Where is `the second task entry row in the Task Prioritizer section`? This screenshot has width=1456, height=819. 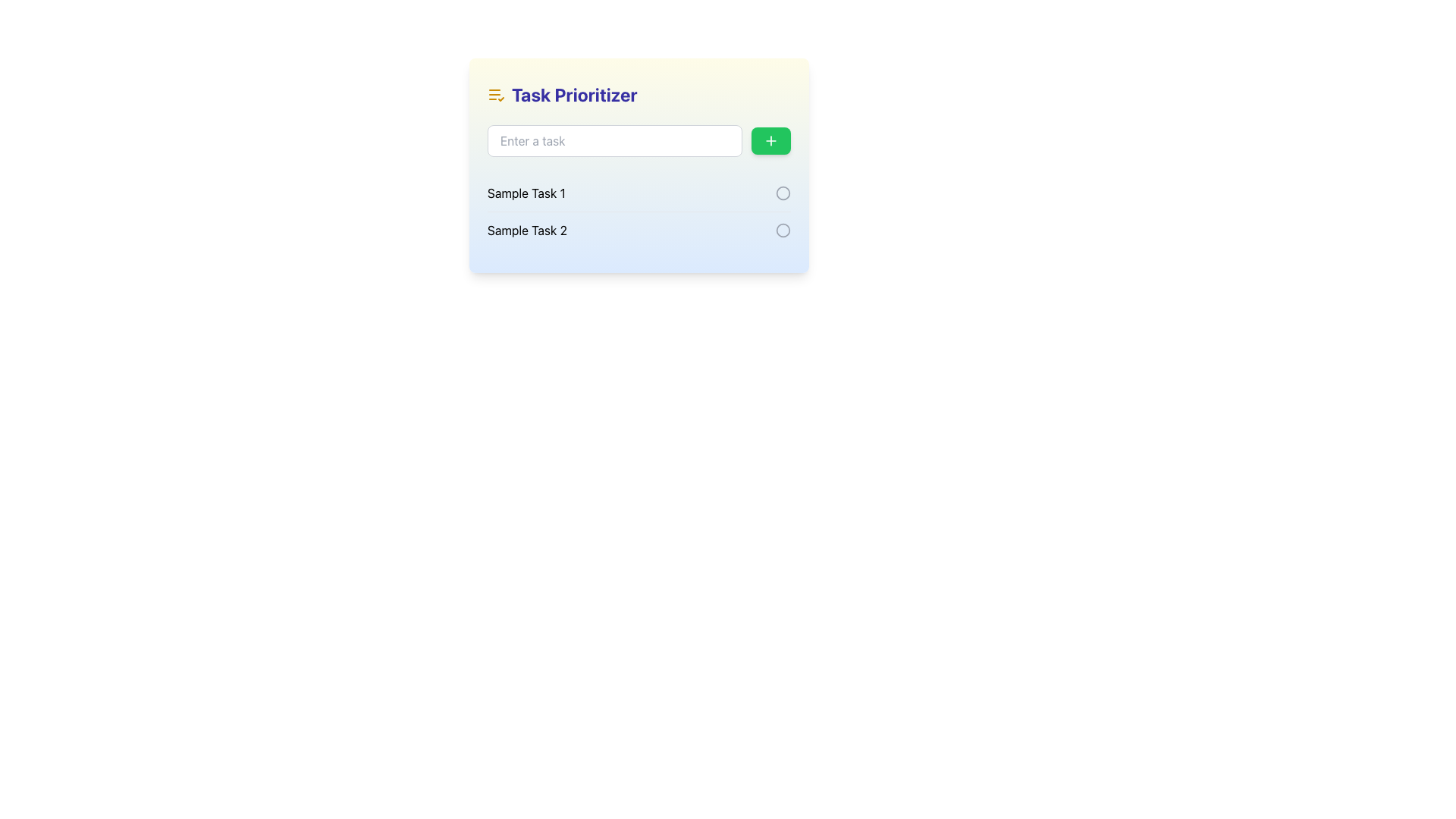 the second task entry row in the Task Prioritizer section is located at coordinates (639, 230).